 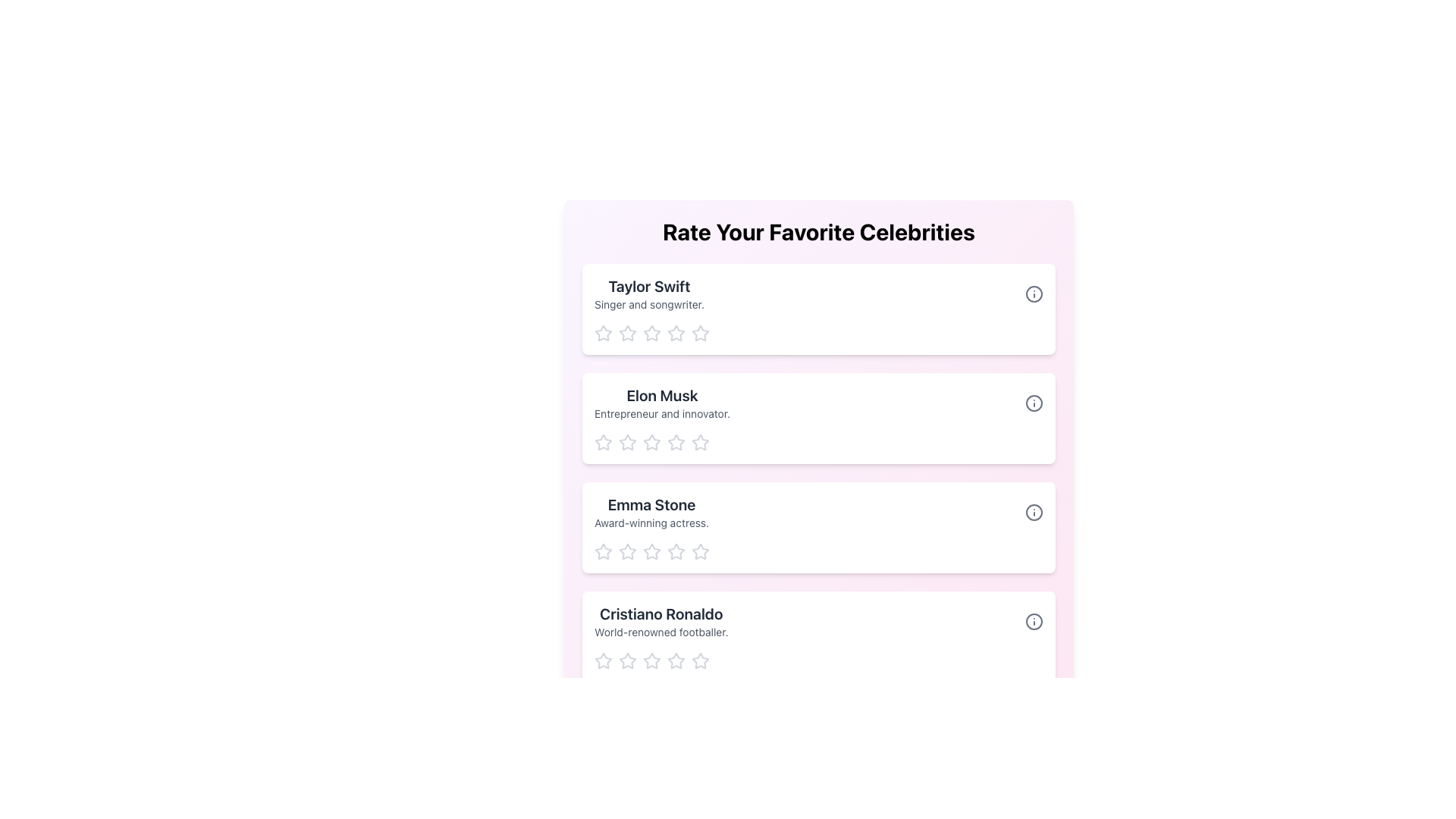 I want to click on the third star icon in the 5-star rating system for Emma Stone to give a rating, so click(x=651, y=551).